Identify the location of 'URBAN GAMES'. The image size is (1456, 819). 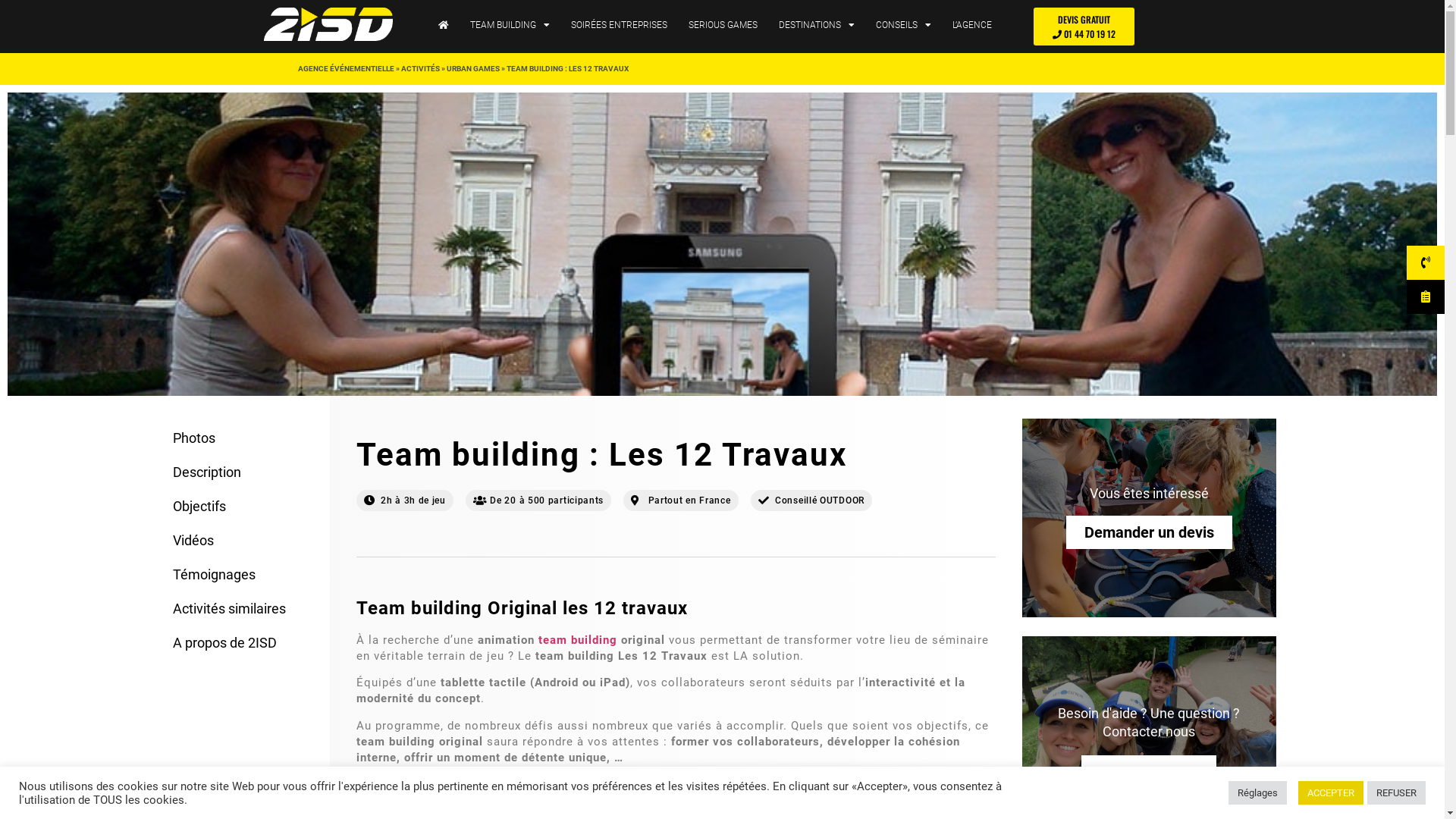
(472, 68).